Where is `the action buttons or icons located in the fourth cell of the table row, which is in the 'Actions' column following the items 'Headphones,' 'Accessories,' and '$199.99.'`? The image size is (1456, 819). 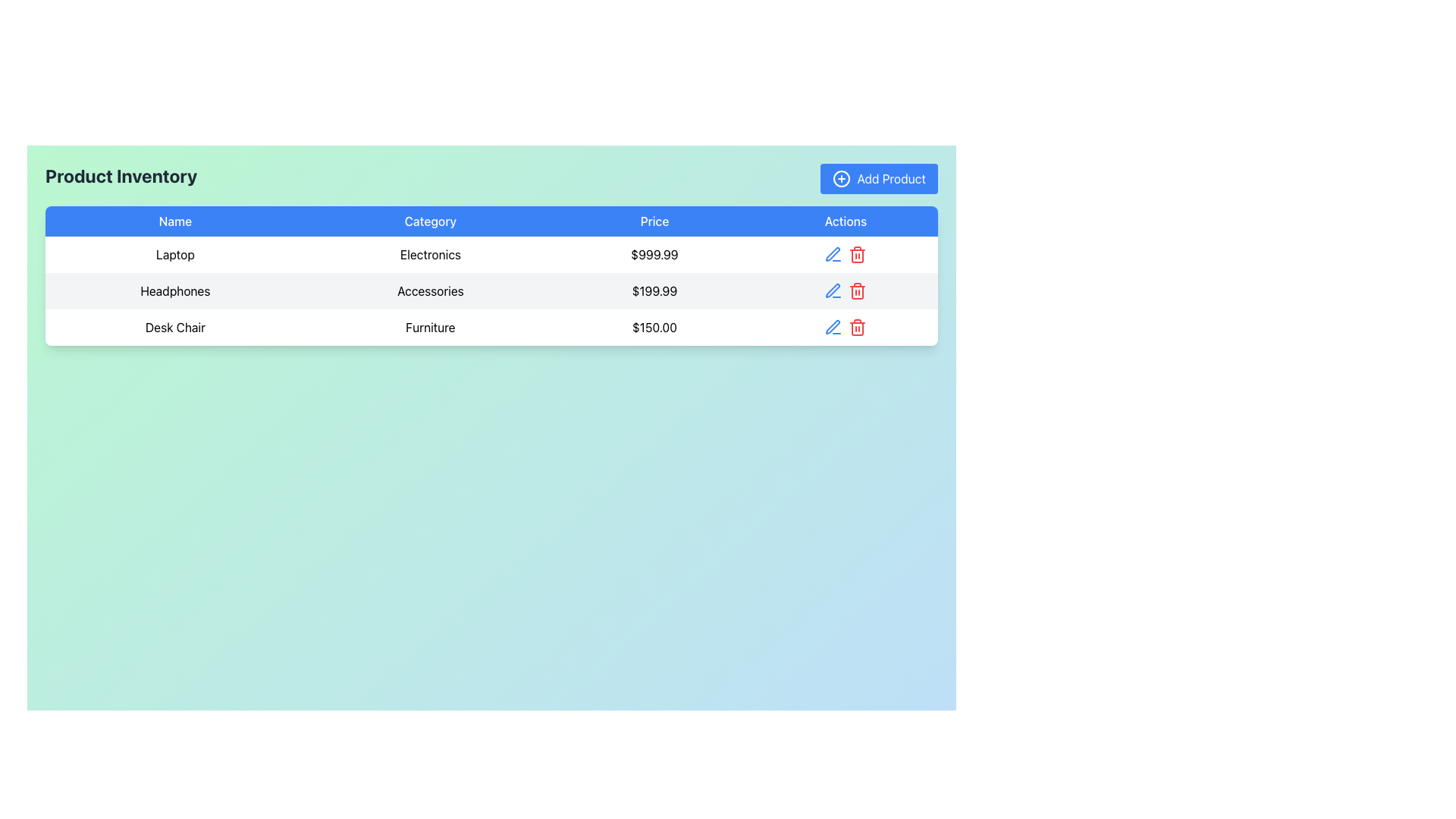
the action buttons or icons located in the fourth cell of the table row, which is in the 'Actions' column following the items 'Headphones,' 'Accessories,' and '$199.99.' is located at coordinates (845, 291).